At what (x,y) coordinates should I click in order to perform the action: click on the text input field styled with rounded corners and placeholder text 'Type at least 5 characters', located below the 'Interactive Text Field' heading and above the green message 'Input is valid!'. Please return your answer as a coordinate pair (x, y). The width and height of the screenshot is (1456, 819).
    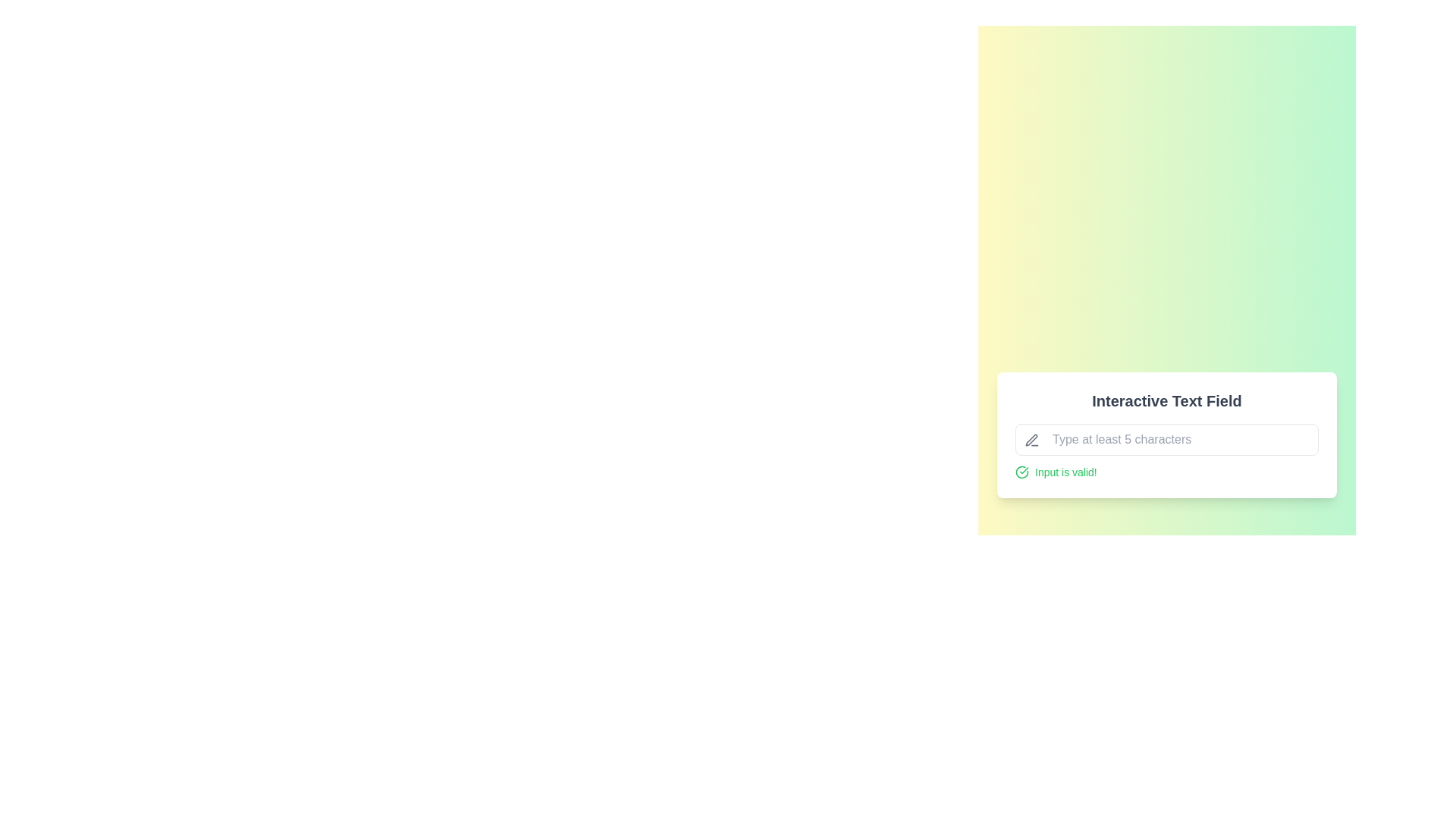
    Looking at the image, I should click on (1166, 439).